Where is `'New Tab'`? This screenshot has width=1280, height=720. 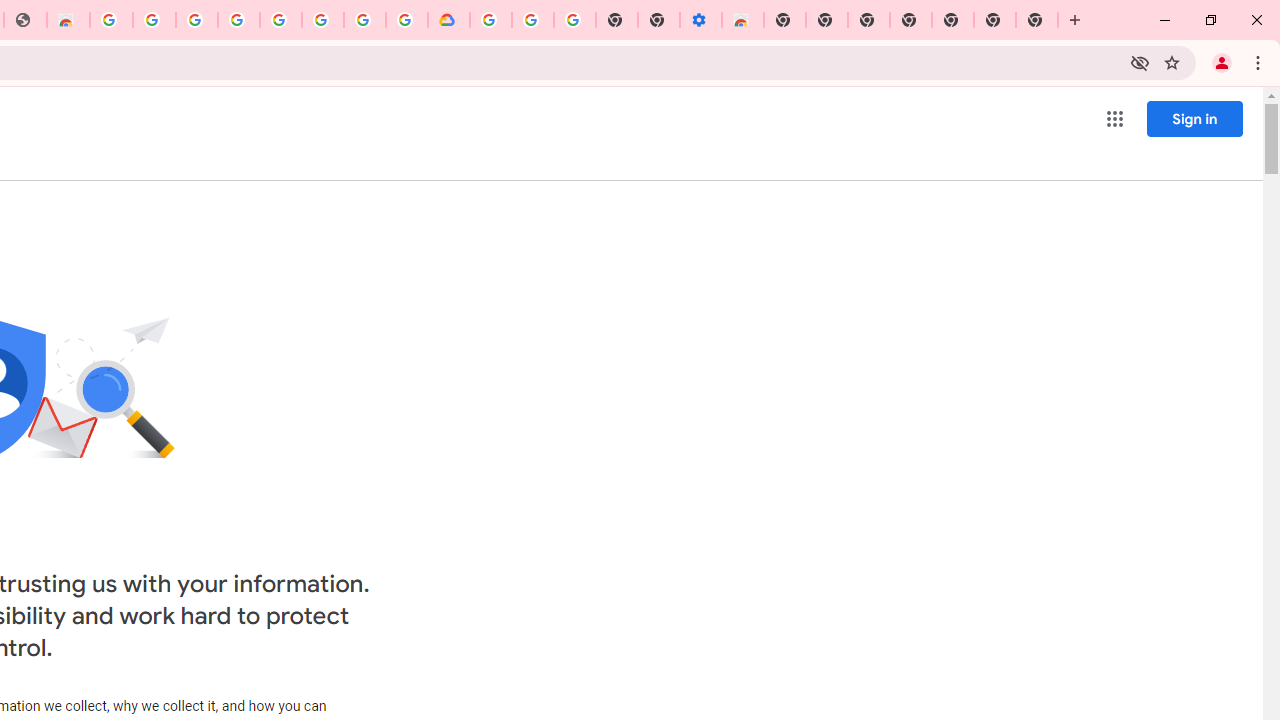 'New Tab' is located at coordinates (1037, 20).